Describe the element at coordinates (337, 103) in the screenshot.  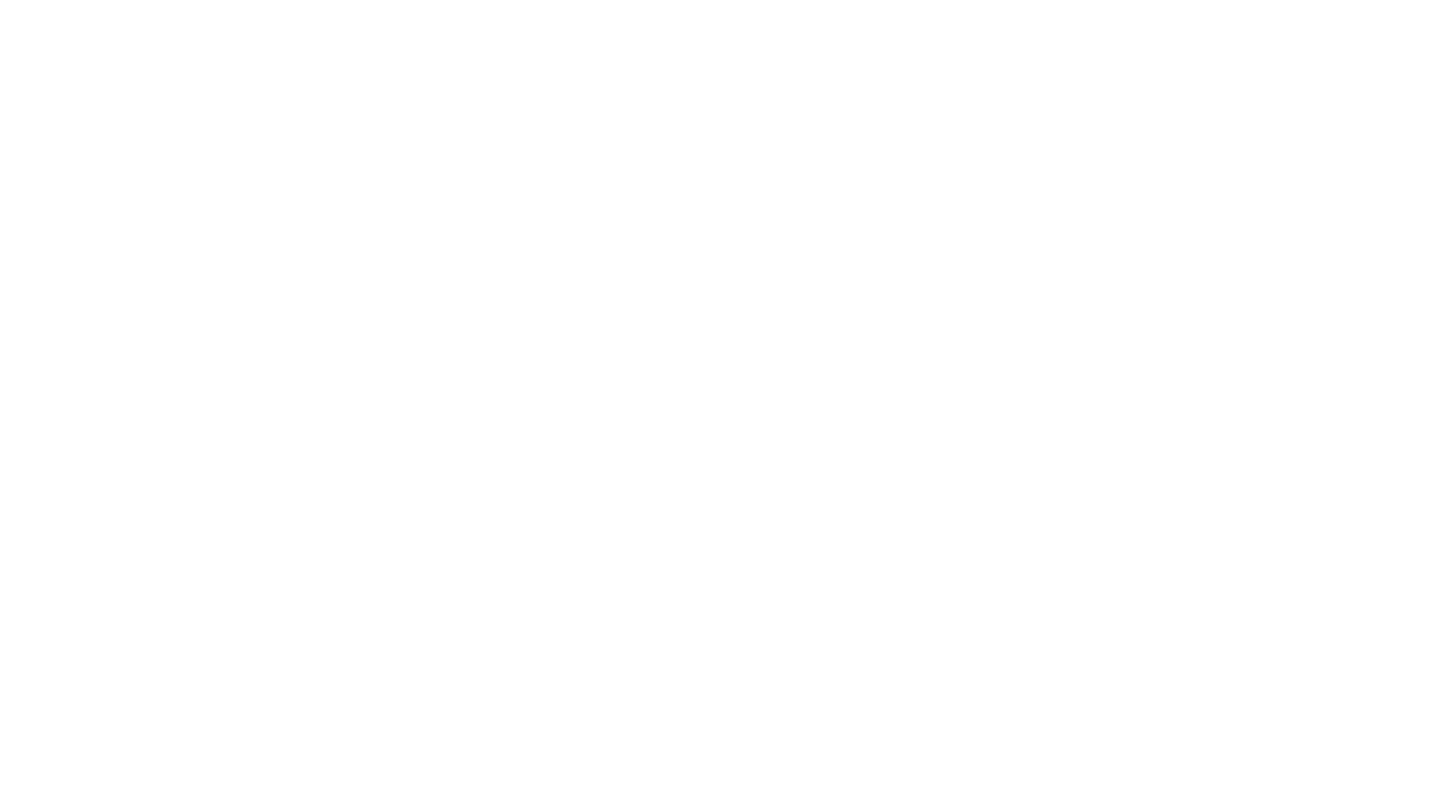
I see `'Posted: Aug 06, 2018 12:24 PM MDT'` at that location.